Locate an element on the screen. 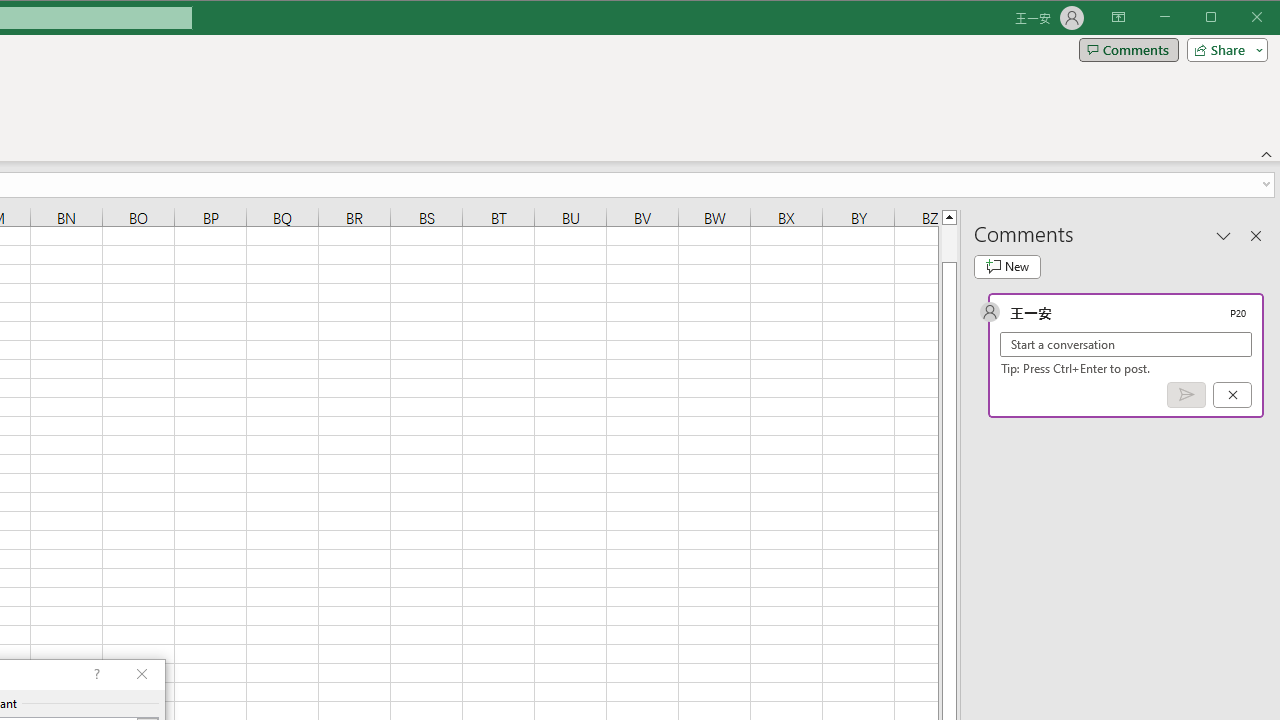  'Collapse the Ribbon' is located at coordinates (1266, 153).